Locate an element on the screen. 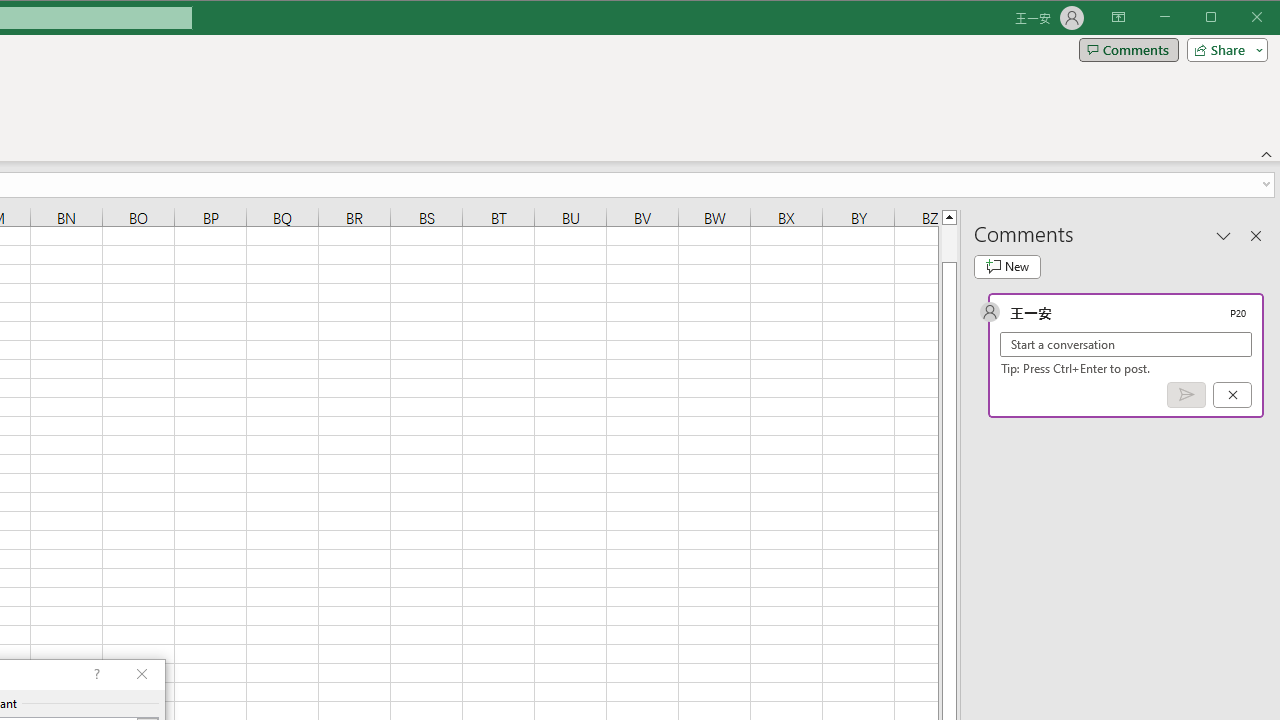  'Collapse the Ribbon' is located at coordinates (1266, 153).